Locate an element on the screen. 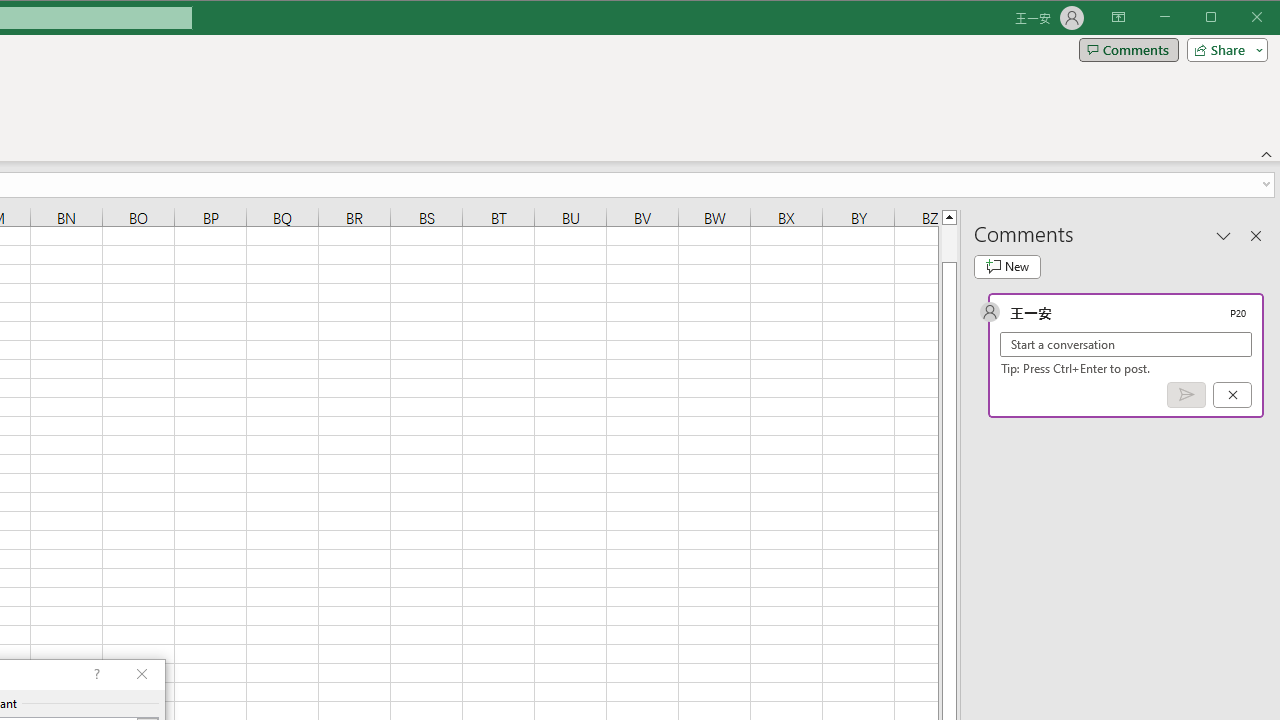  'Collapse the Ribbon' is located at coordinates (1266, 153).